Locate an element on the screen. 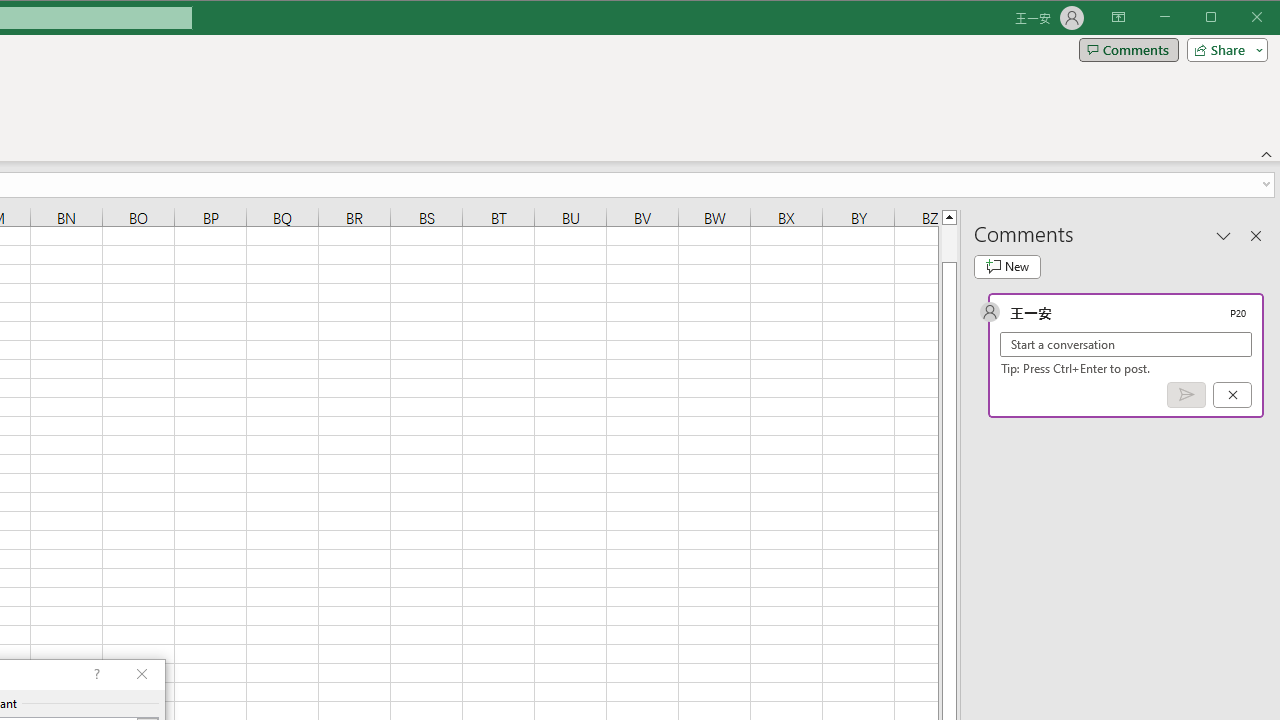  'Collapse the Ribbon' is located at coordinates (1266, 153).